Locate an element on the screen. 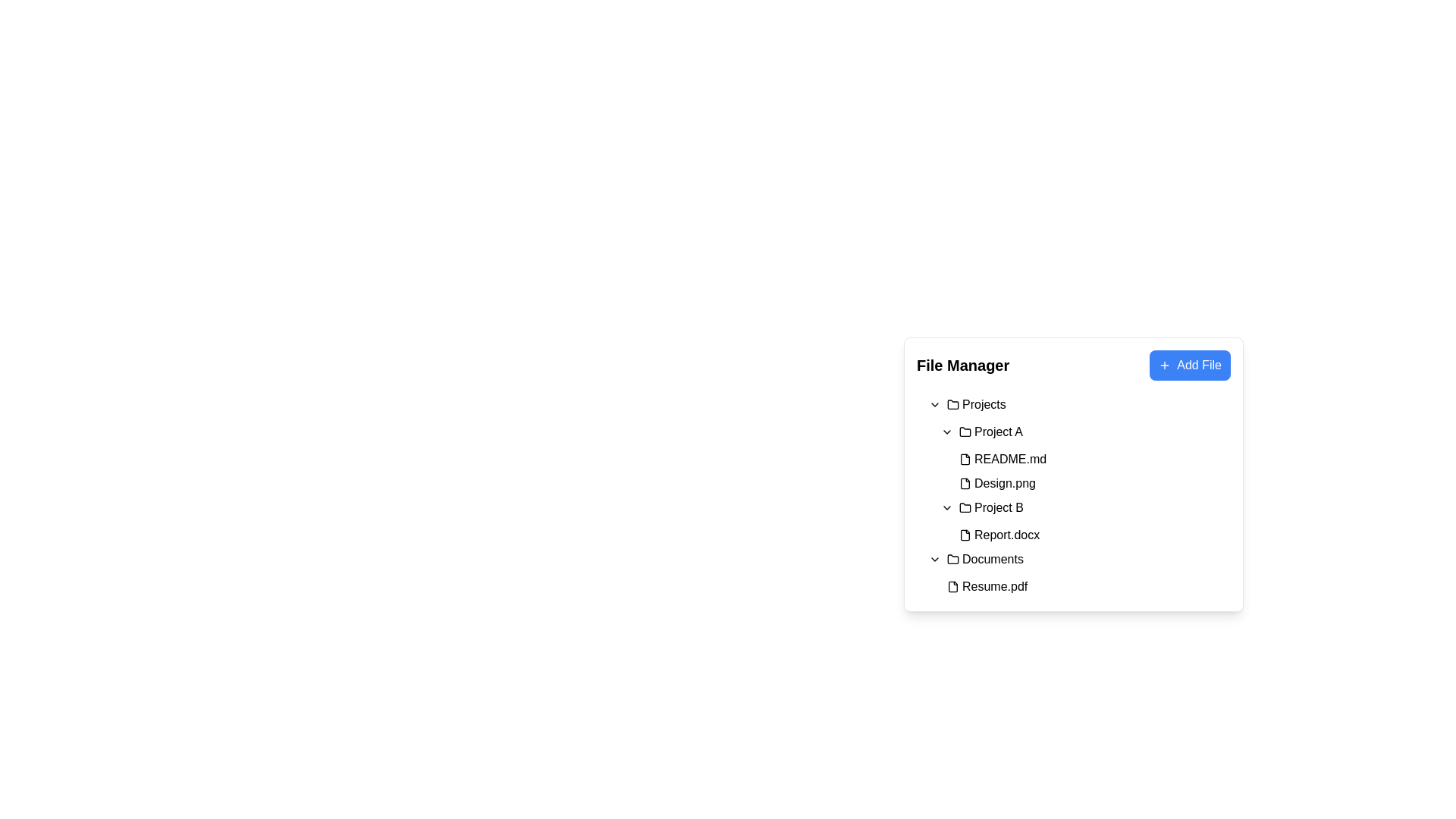 This screenshot has height=819, width=1456. the file entry named 'Design.png' with a document icon in the 'Projects' section of the hierarchical file manager is located at coordinates (997, 483).